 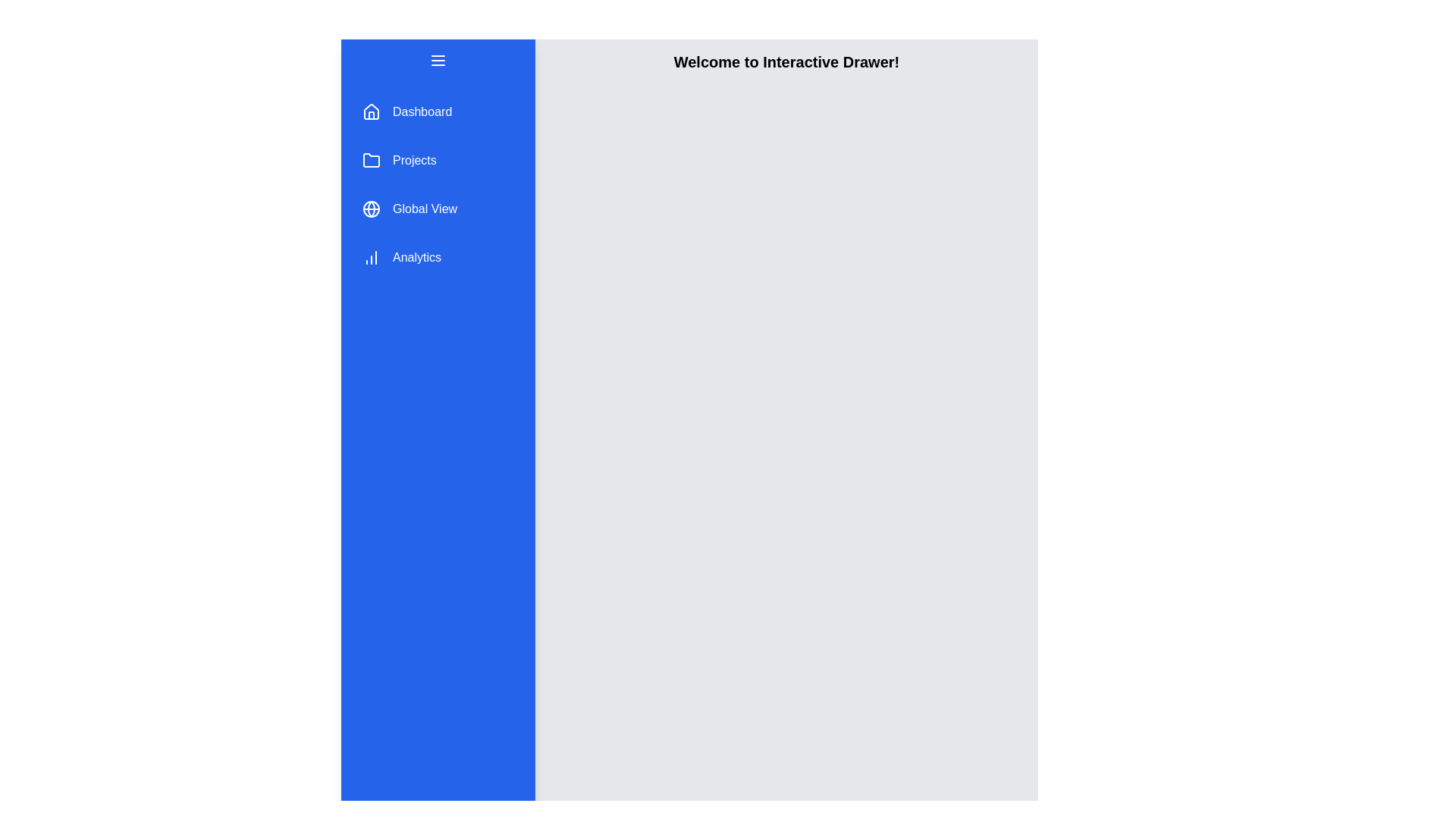 I want to click on the 'Welcome to Interactive Drawer!' text displayed in the main content area, so click(x=786, y=61).